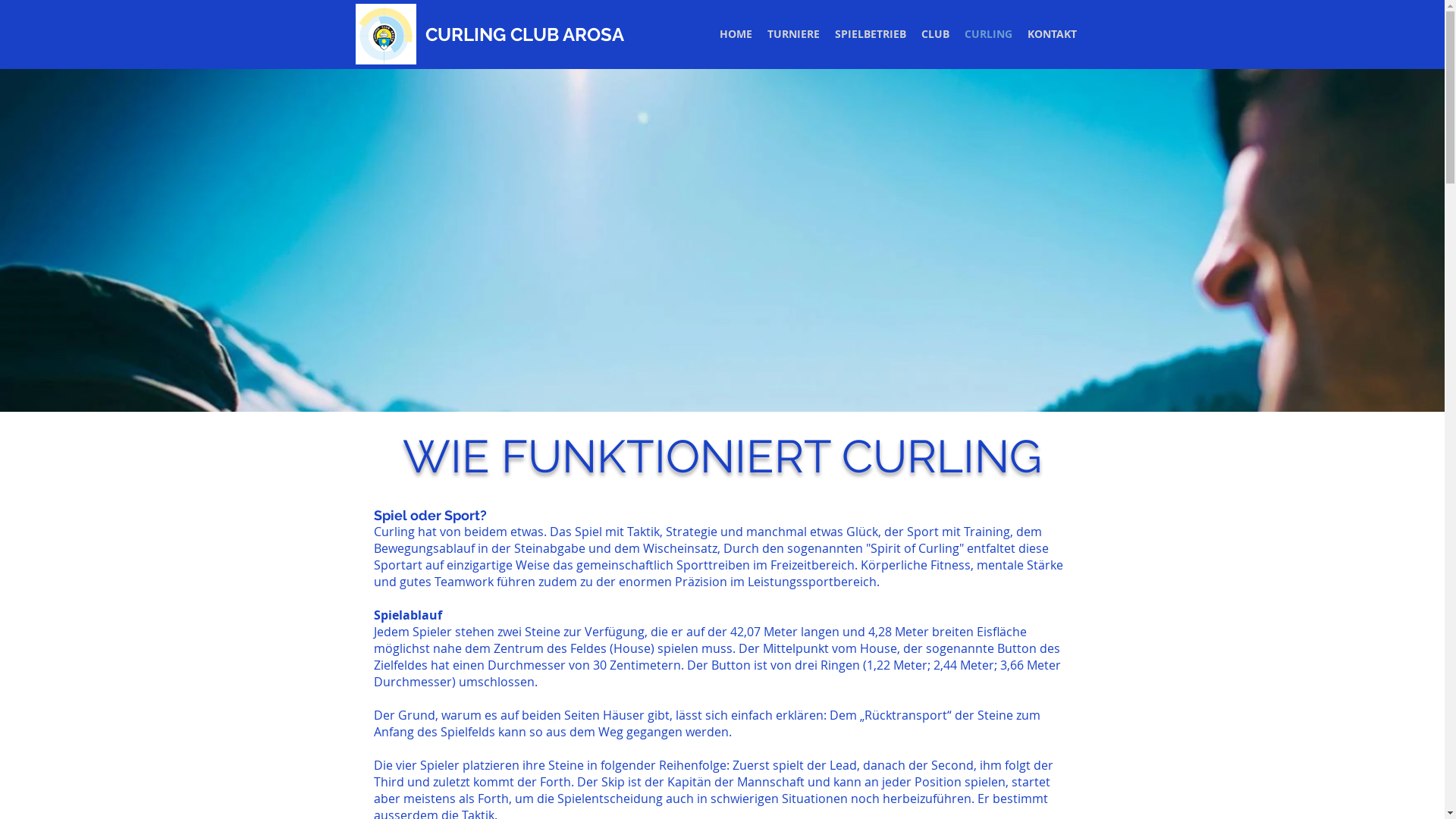  I want to click on 'CCArosa Logo1758x1758.png', so click(385, 34).